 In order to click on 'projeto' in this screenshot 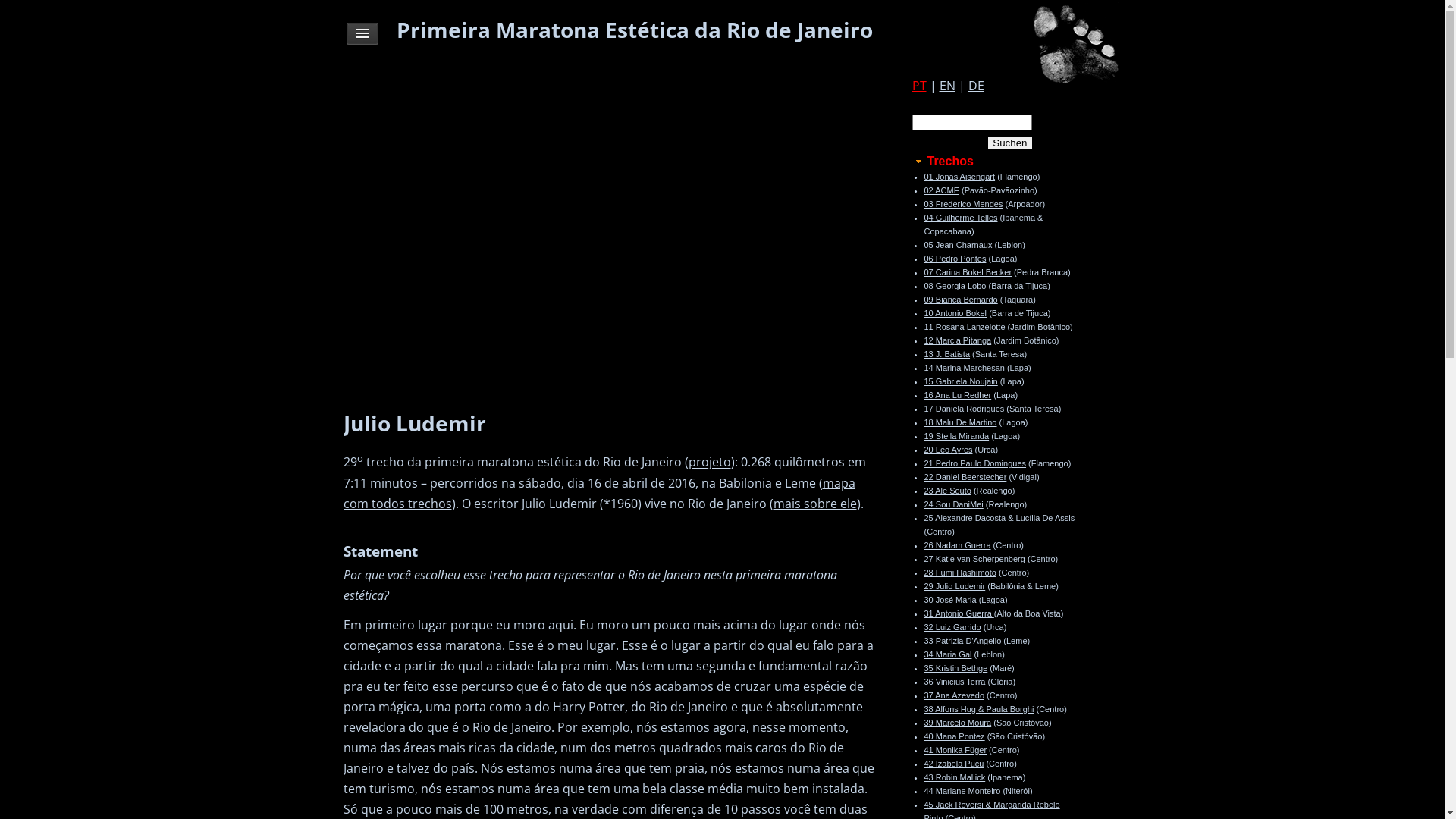, I will do `click(709, 461)`.